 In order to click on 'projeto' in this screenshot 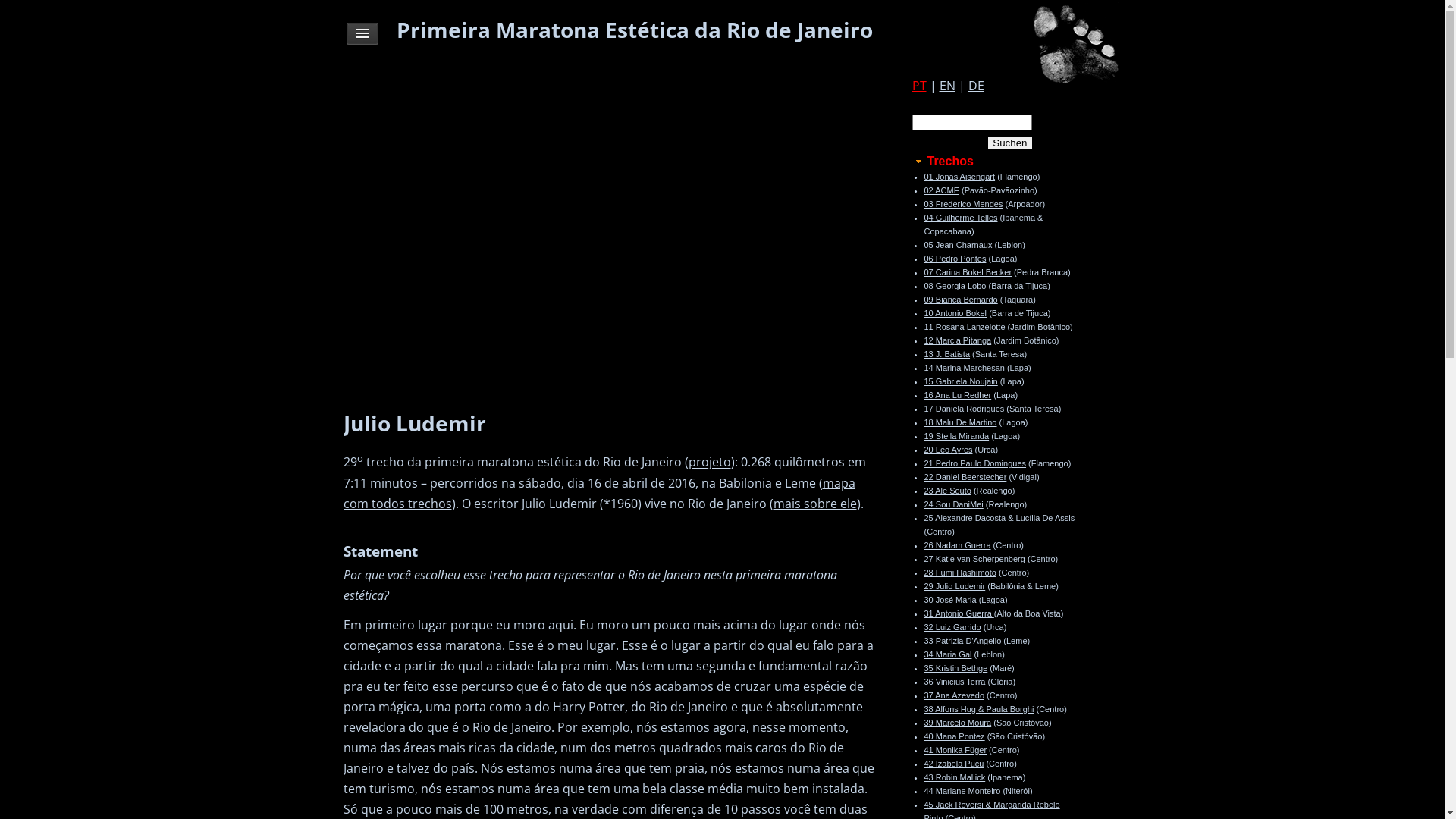, I will do `click(709, 461)`.